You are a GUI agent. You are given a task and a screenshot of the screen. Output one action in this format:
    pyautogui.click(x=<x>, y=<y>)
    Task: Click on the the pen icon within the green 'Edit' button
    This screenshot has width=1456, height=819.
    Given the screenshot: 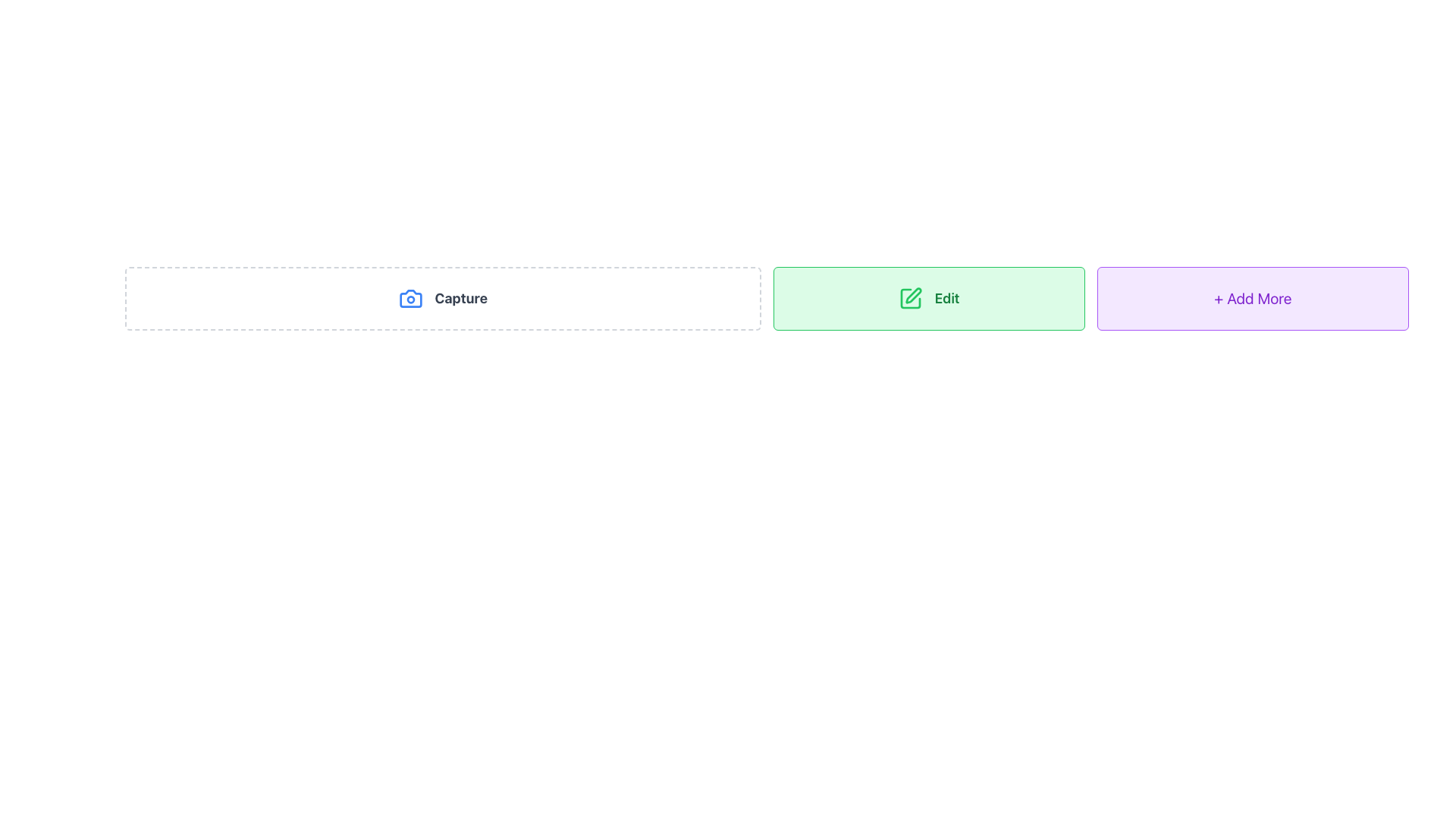 What is the action you would take?
    pyautogui.click(x=912, y=295)
    